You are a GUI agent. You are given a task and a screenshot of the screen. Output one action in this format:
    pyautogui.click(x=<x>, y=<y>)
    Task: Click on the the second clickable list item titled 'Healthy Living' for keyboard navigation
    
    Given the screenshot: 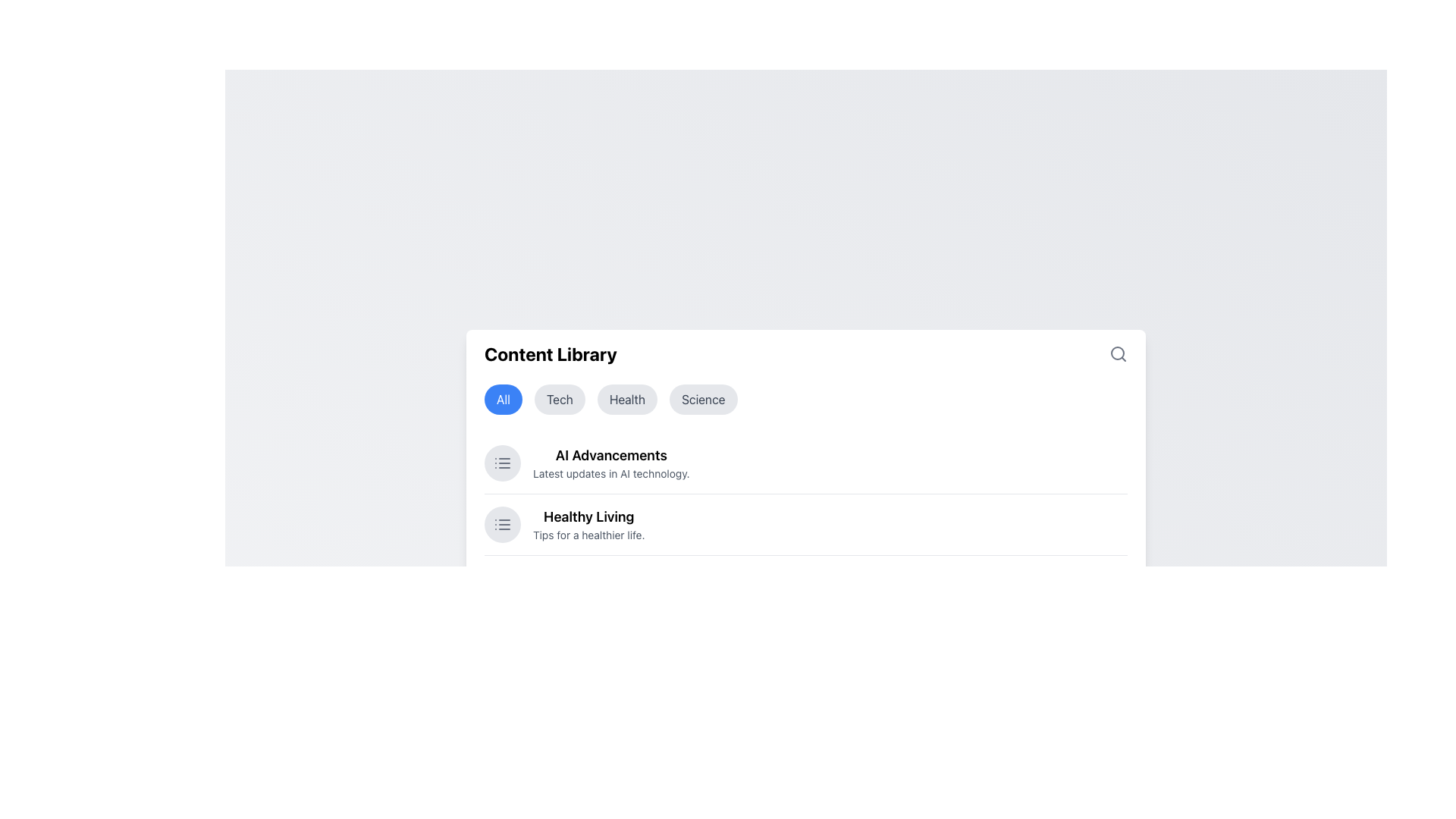 What is the action you would take?
    pyautogui.click(x=588, y=523)
    